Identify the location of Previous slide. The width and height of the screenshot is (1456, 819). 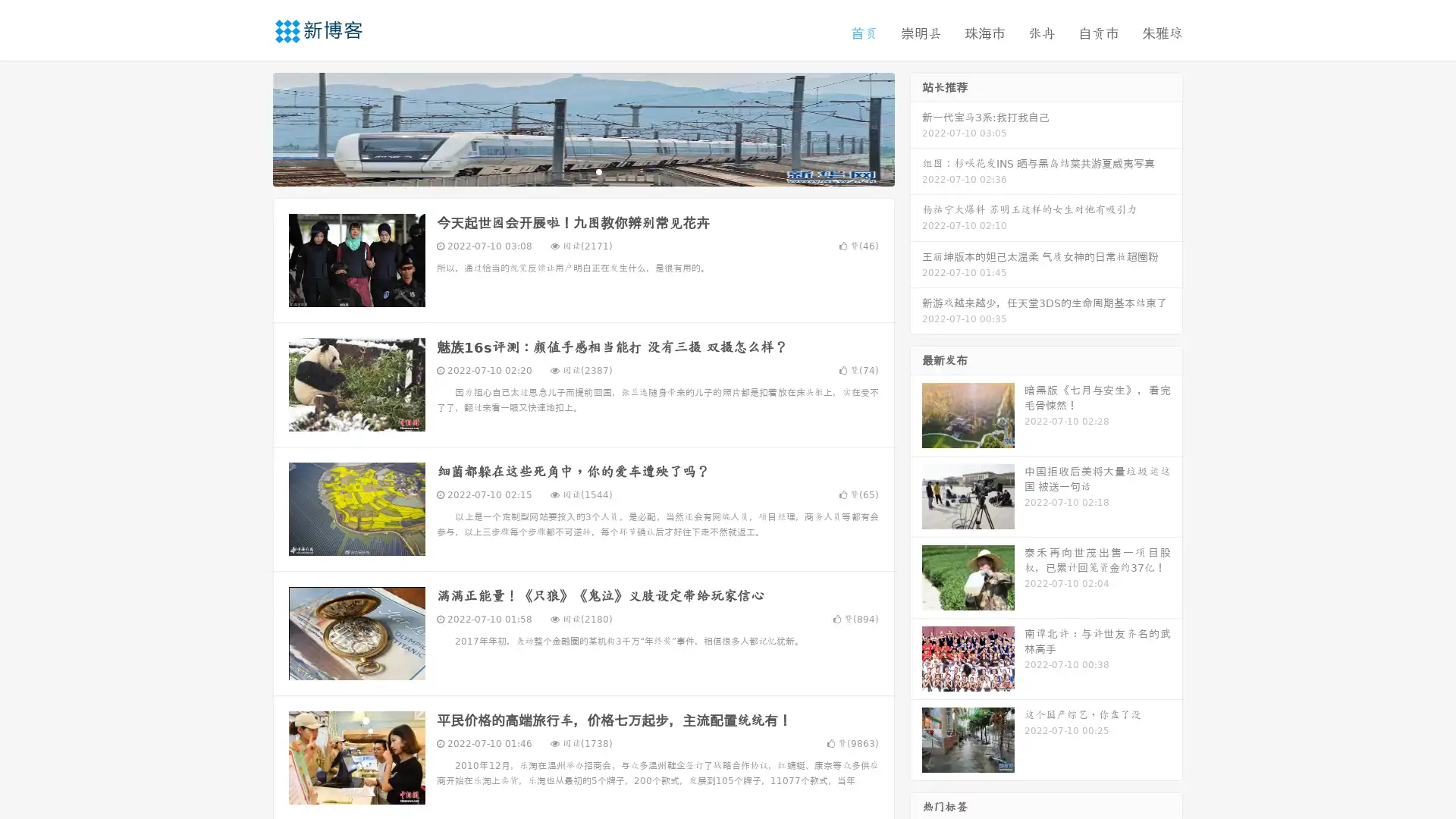
(250, 127).